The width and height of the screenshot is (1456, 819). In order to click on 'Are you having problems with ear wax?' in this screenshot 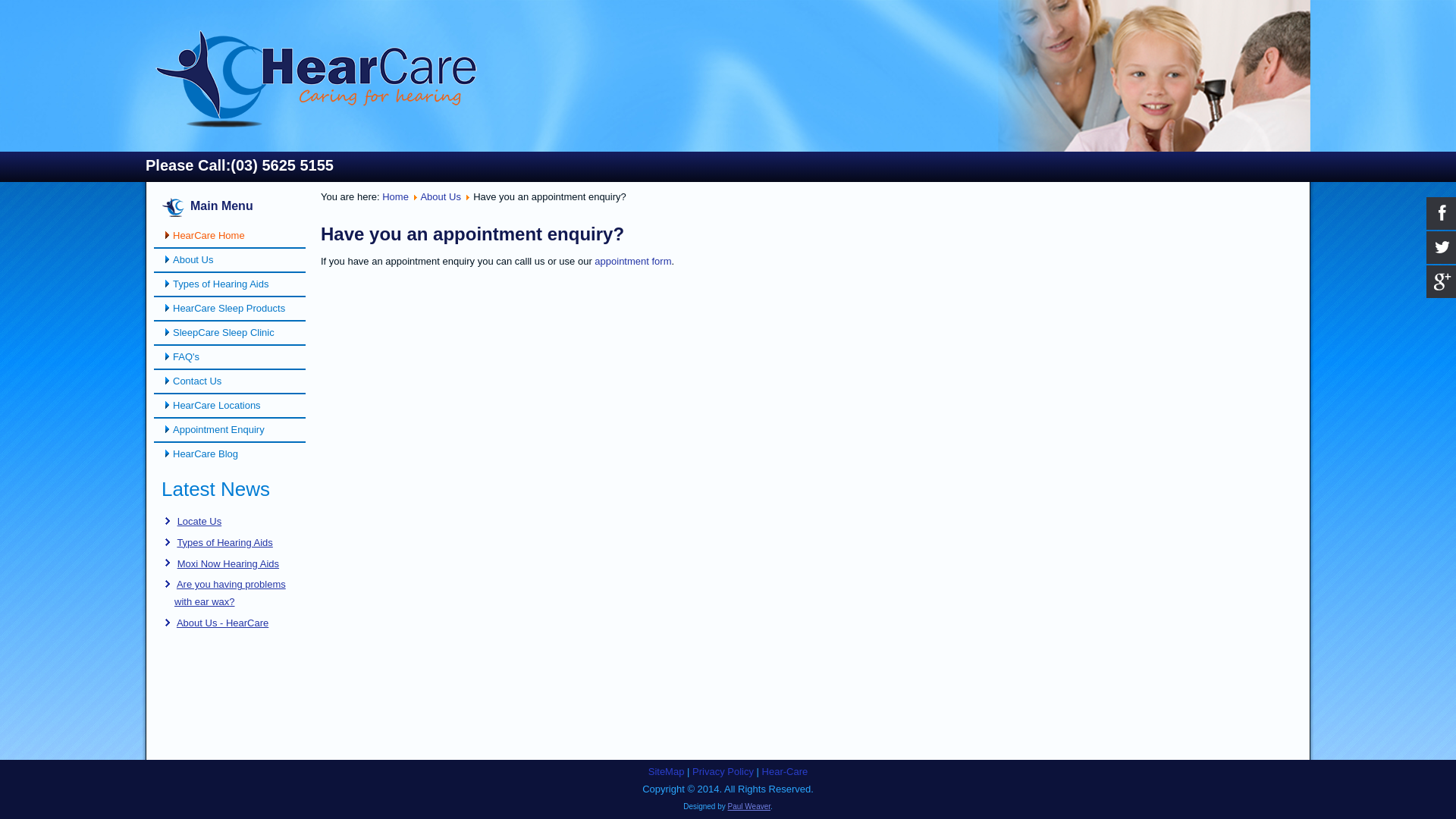, I will do `click(174, 592)`.